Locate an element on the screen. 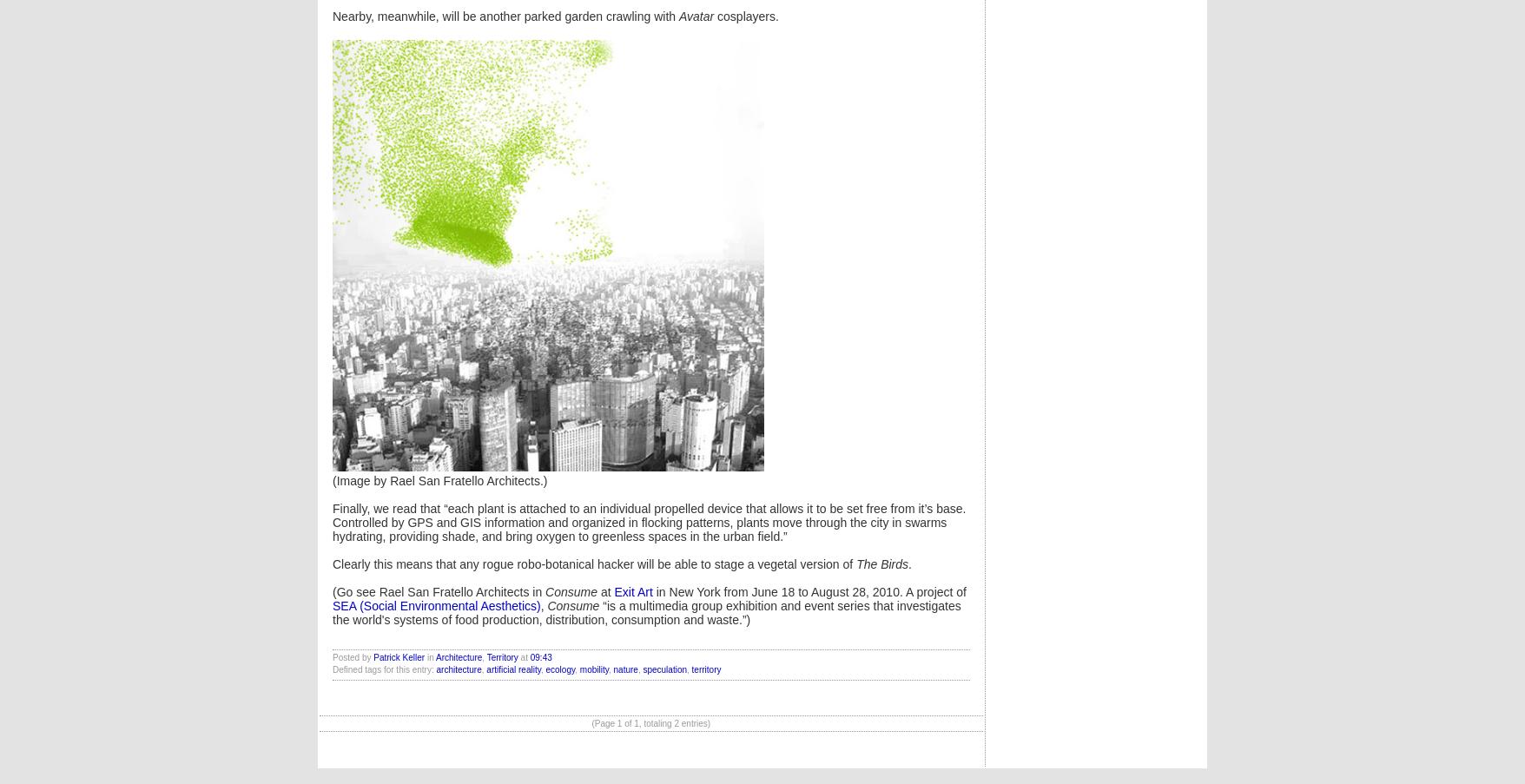  'mobility' is located at coordinates (593, 669).